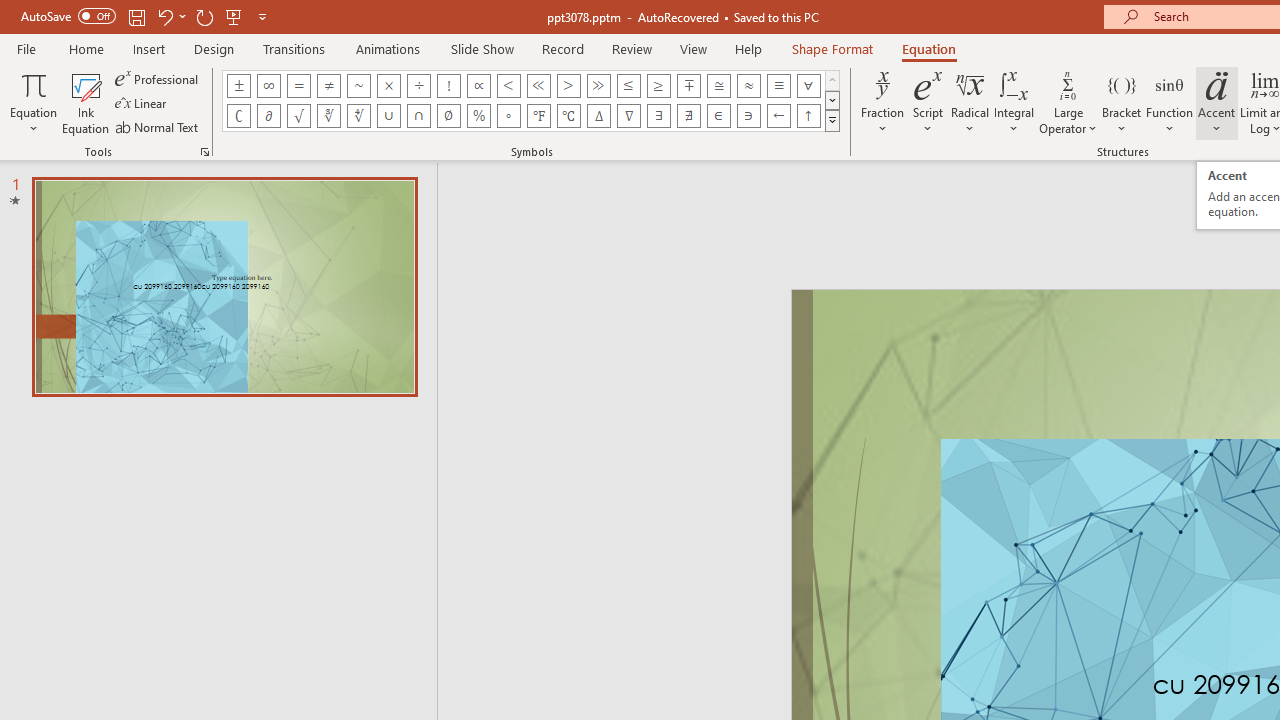  Describe the element at coordinates (598, 85) in the screenshot. I see `'Equation Symbol Much Greater Than'` at that location.